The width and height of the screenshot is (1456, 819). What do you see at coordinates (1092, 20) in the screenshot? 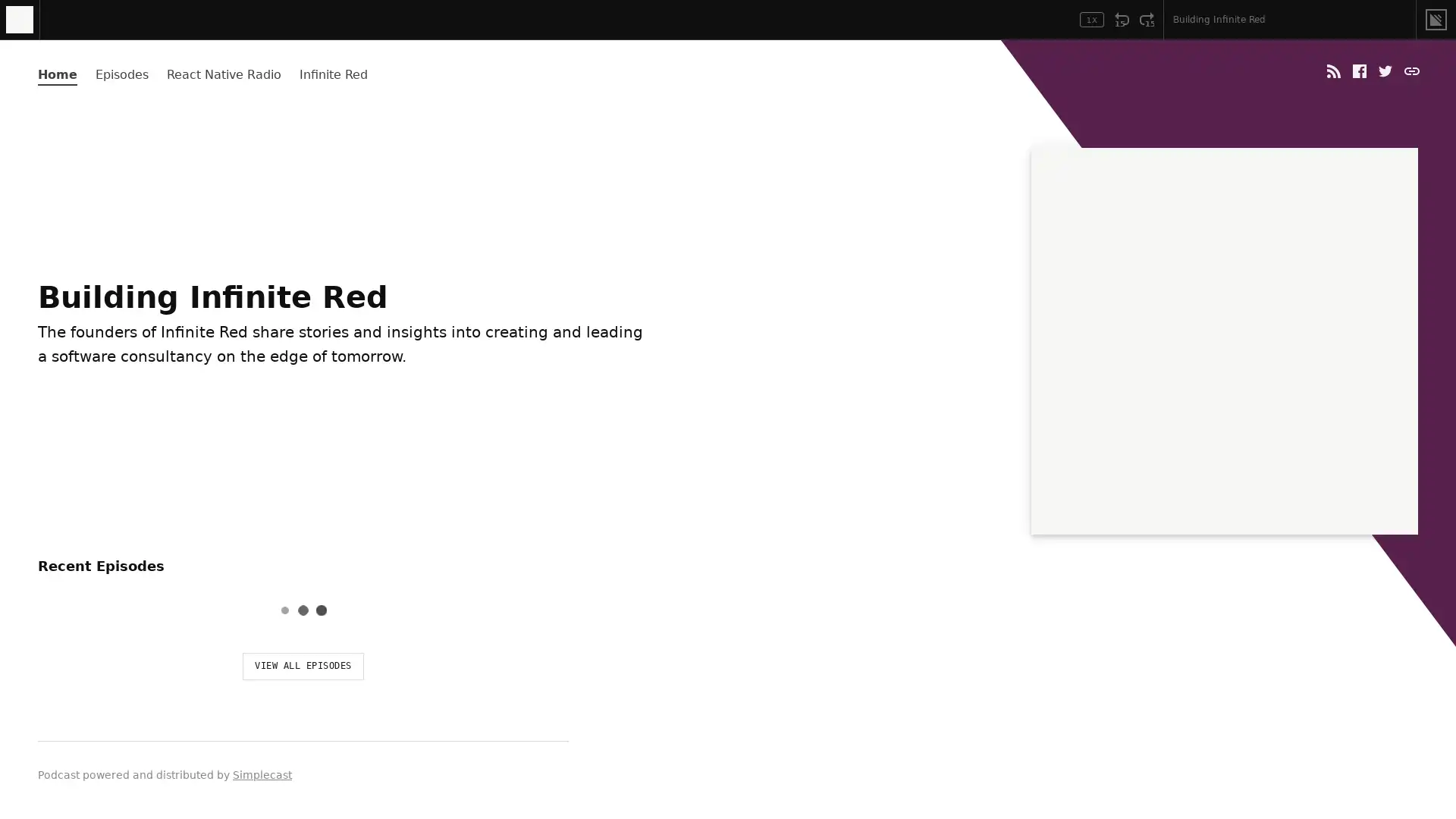
I see `Toggle Speed: Current Speed 1x` at bounding box center [1092, 20].